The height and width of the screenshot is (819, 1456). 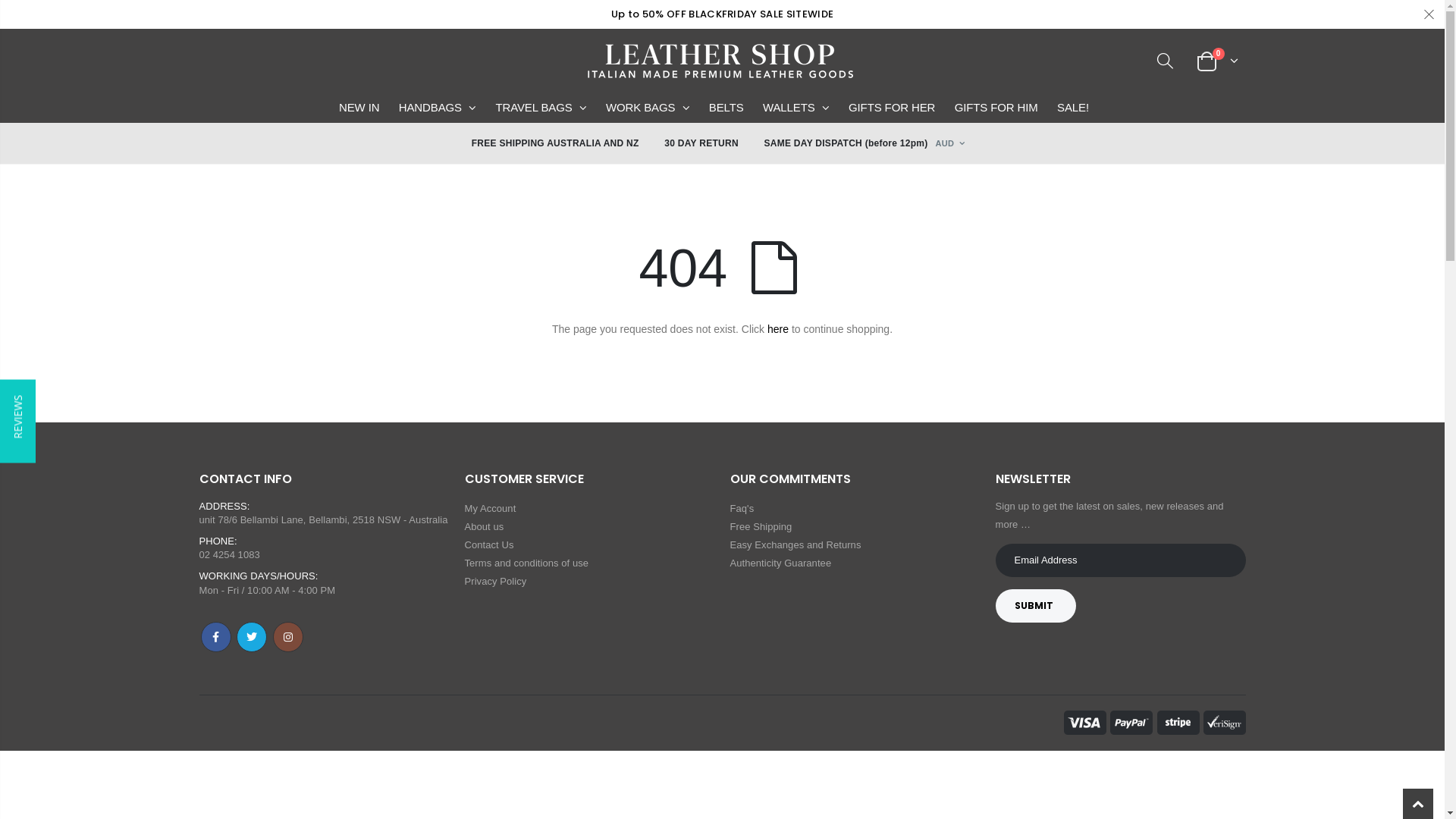 I want to click on 'BBD', so click(x=948, y=373).